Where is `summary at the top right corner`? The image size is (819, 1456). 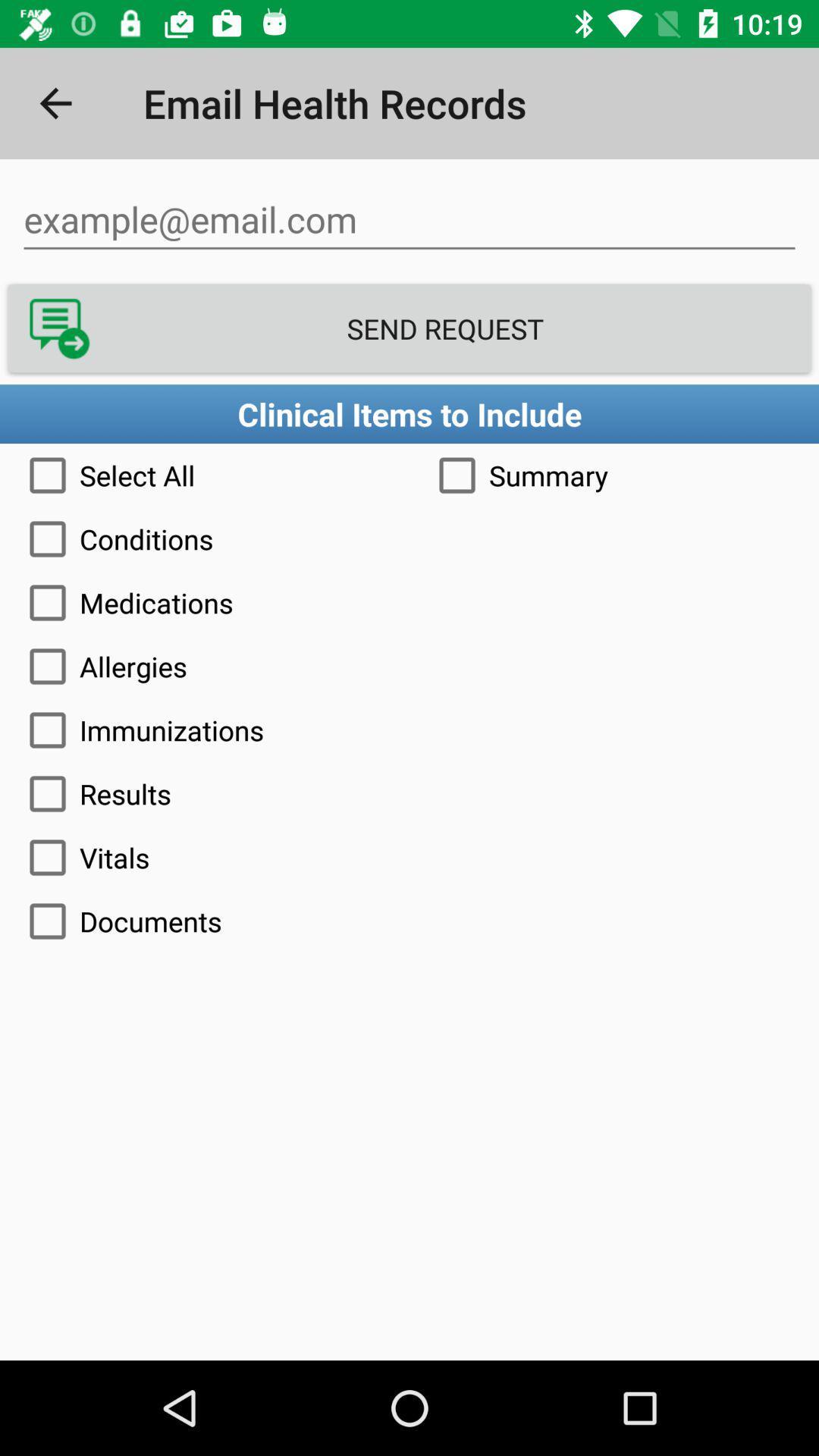
summary at the top right corner is located at coordinates (614, 475).